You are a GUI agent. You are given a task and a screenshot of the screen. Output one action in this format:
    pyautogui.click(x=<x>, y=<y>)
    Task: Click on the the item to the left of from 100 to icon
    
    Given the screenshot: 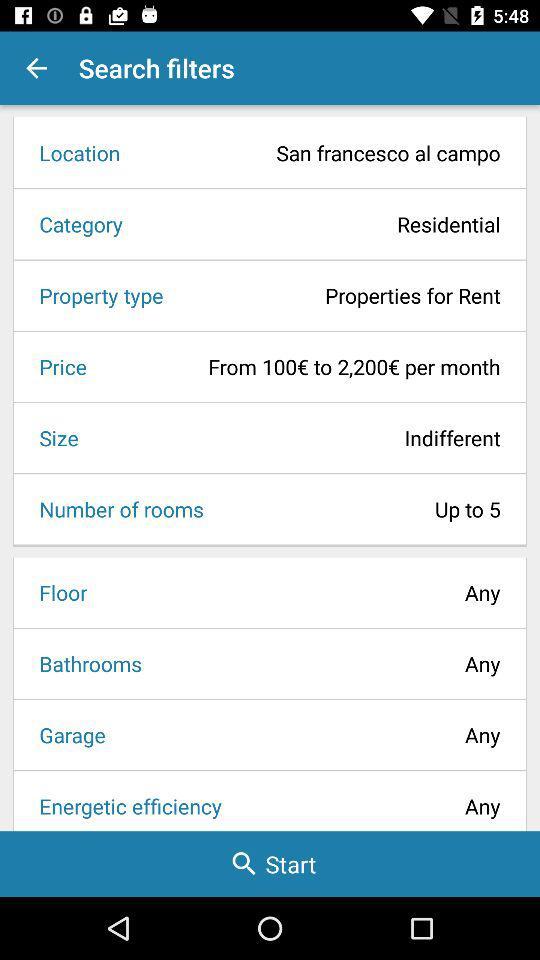 What is the action you would take?
    pyautogui.click(x=56, y=365)
    